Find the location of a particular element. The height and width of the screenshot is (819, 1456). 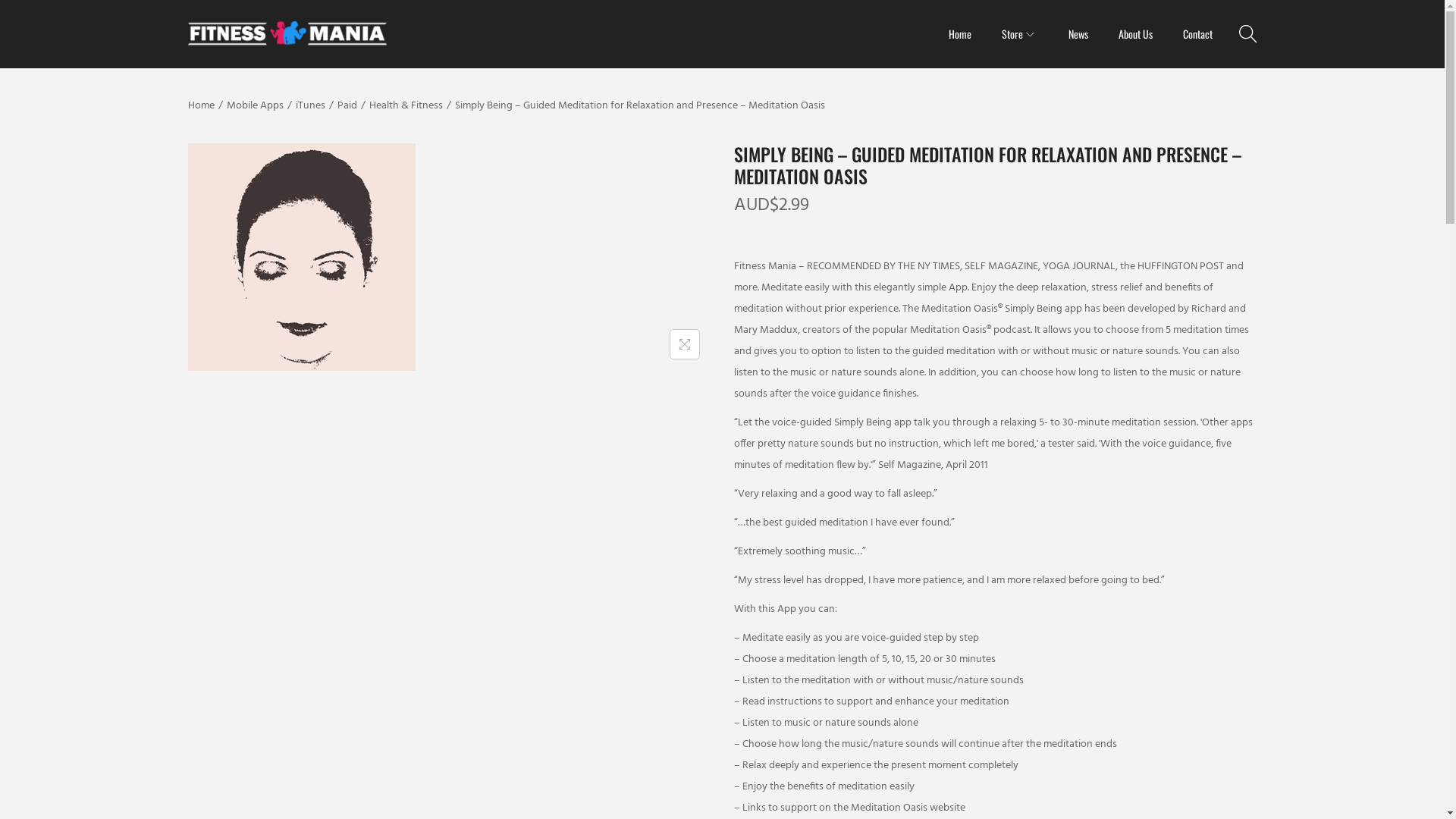

'Mobile Apps' is located at coordinates (254, 105).